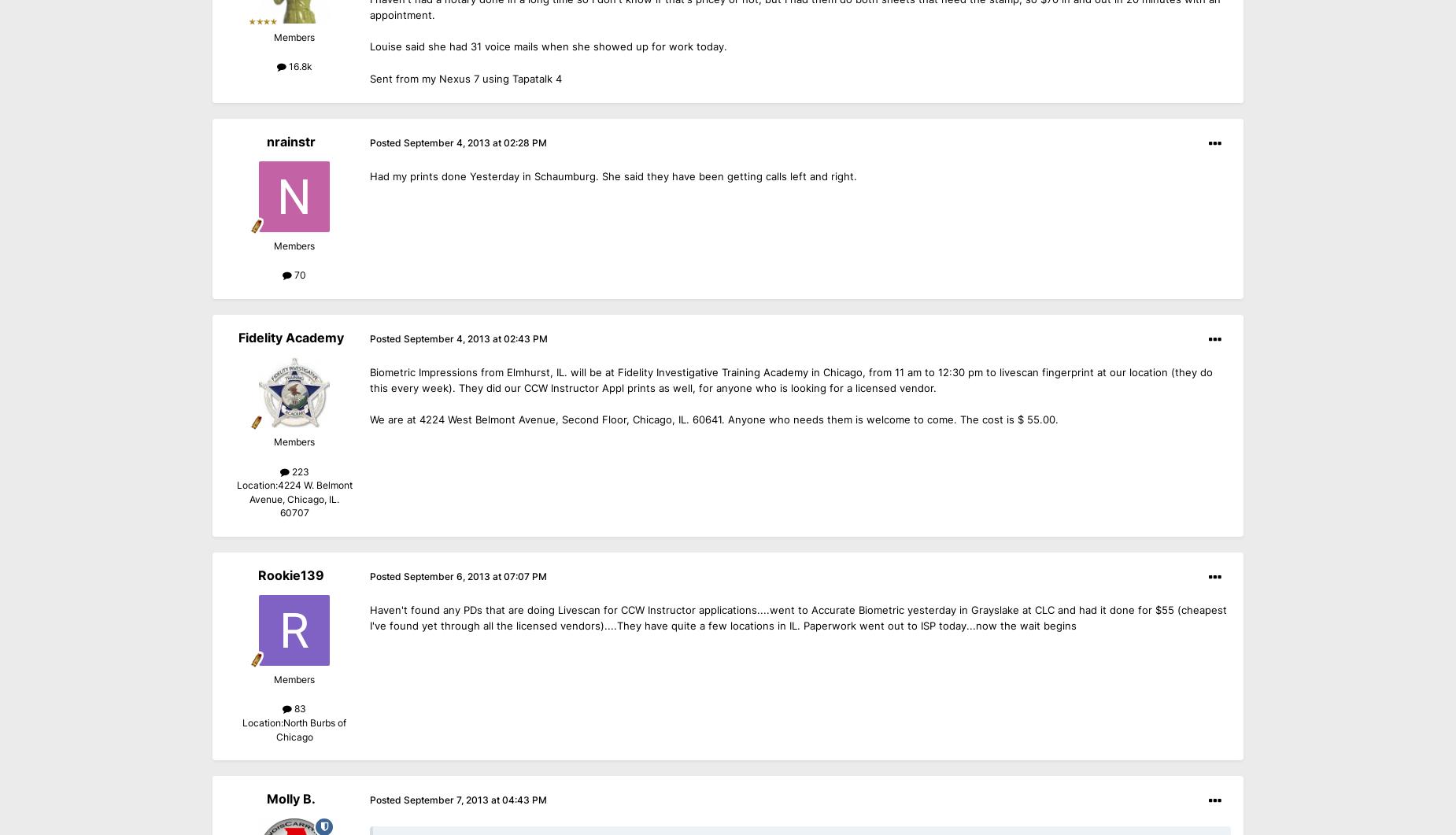  I want to click on '16.8k', so click(297, 66).